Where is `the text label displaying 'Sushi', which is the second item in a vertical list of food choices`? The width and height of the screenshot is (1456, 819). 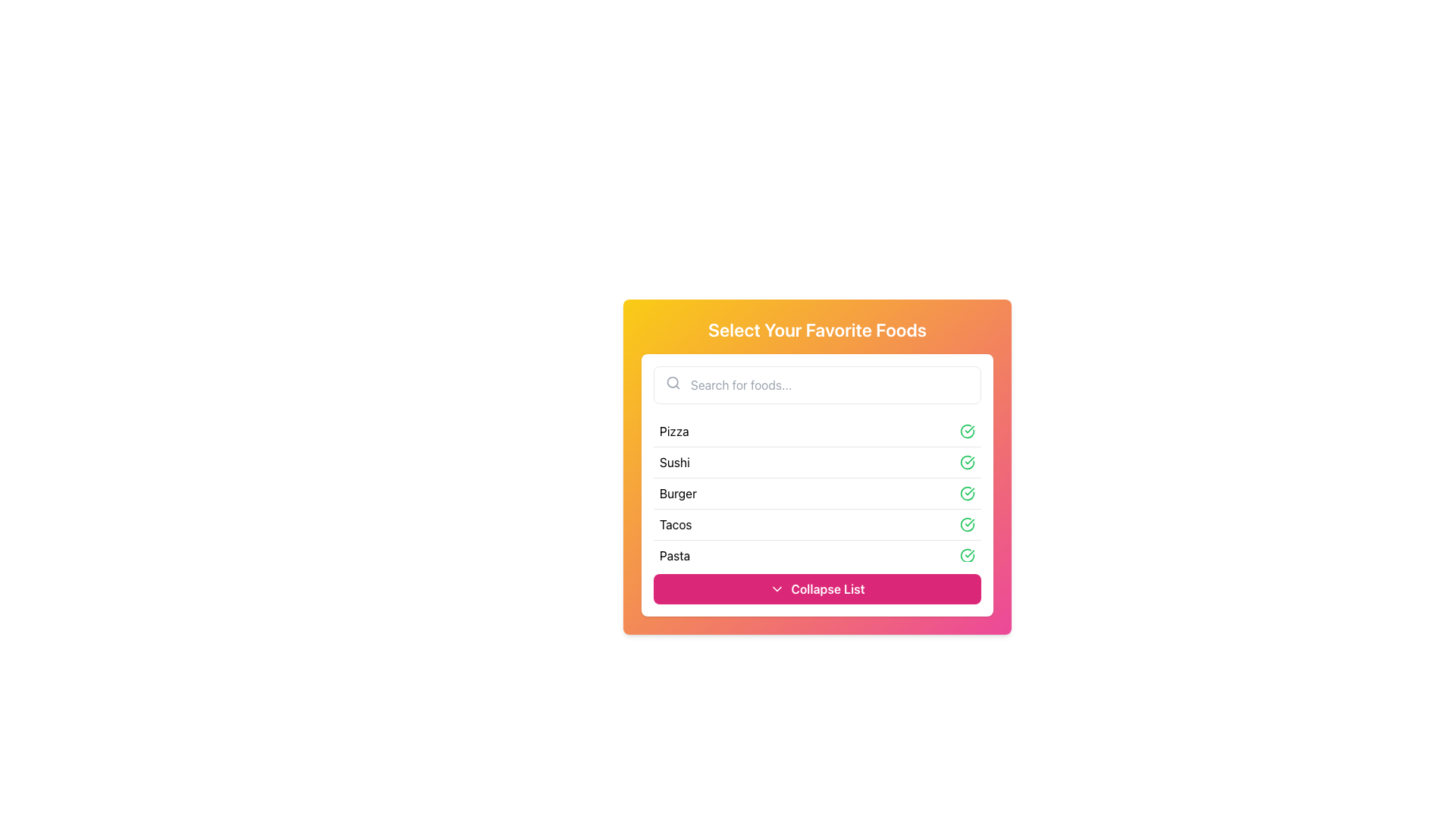
the text label displaying 'Sushi', which is the second item in a vertical list of food choices is located at coordinates (673, 461).